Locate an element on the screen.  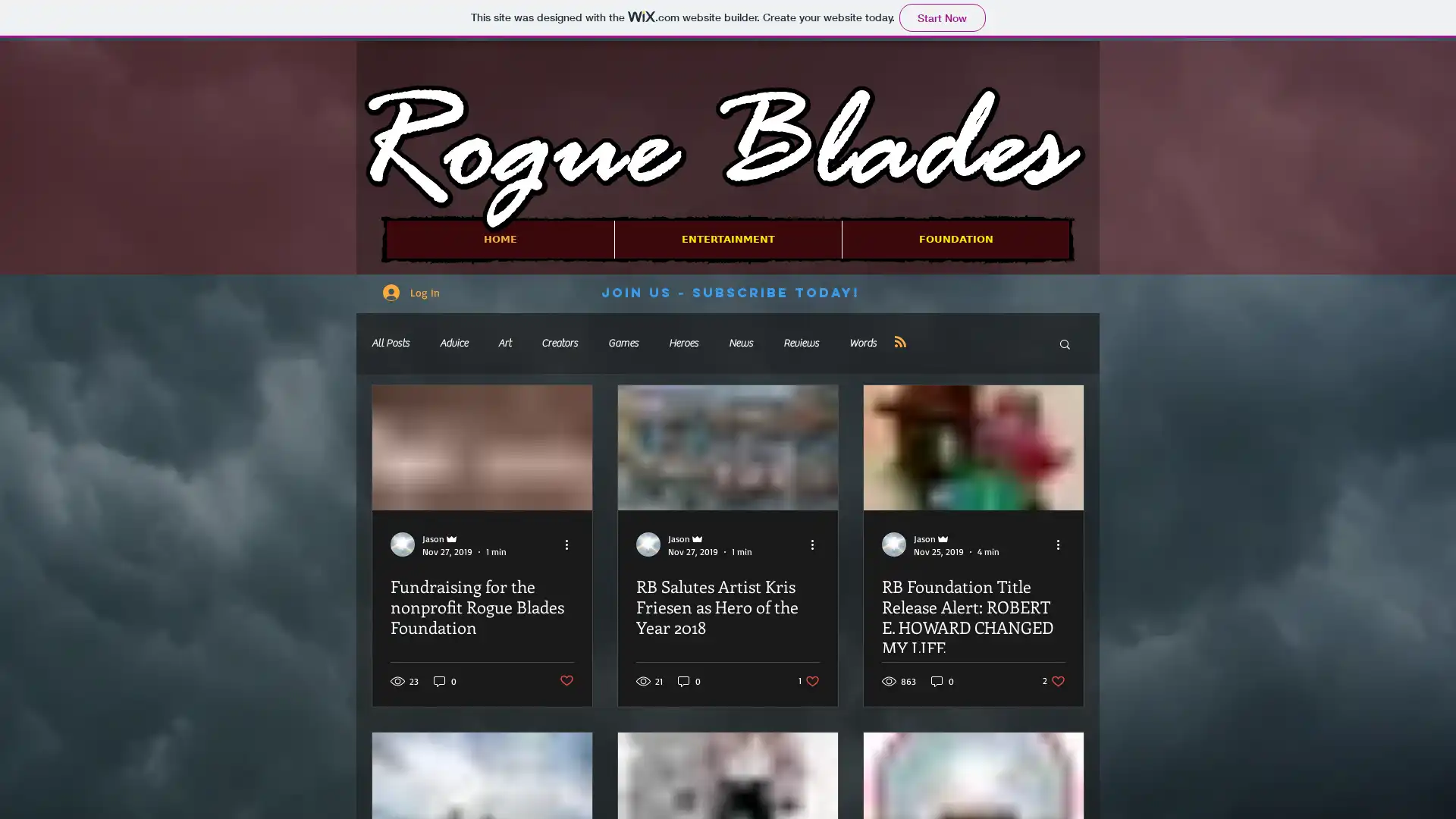
2 likes. Post not marked as liked is located at coordinates (1053, 679).